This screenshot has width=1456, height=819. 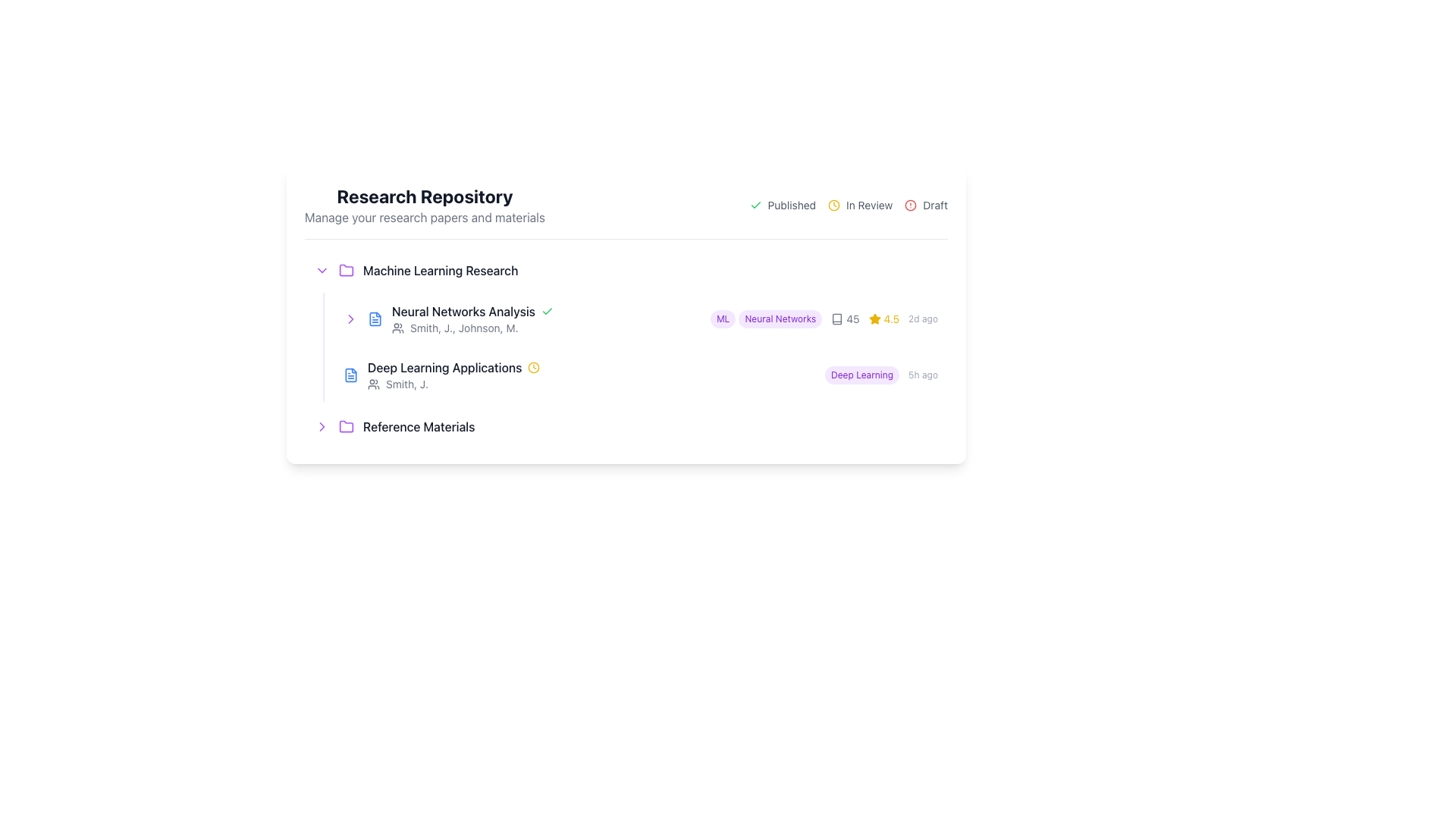 I want to click on the folder icon representing the 'Reference Materials' category, located to the left of the text 'Reference Materials', so click(x=345, y=427).